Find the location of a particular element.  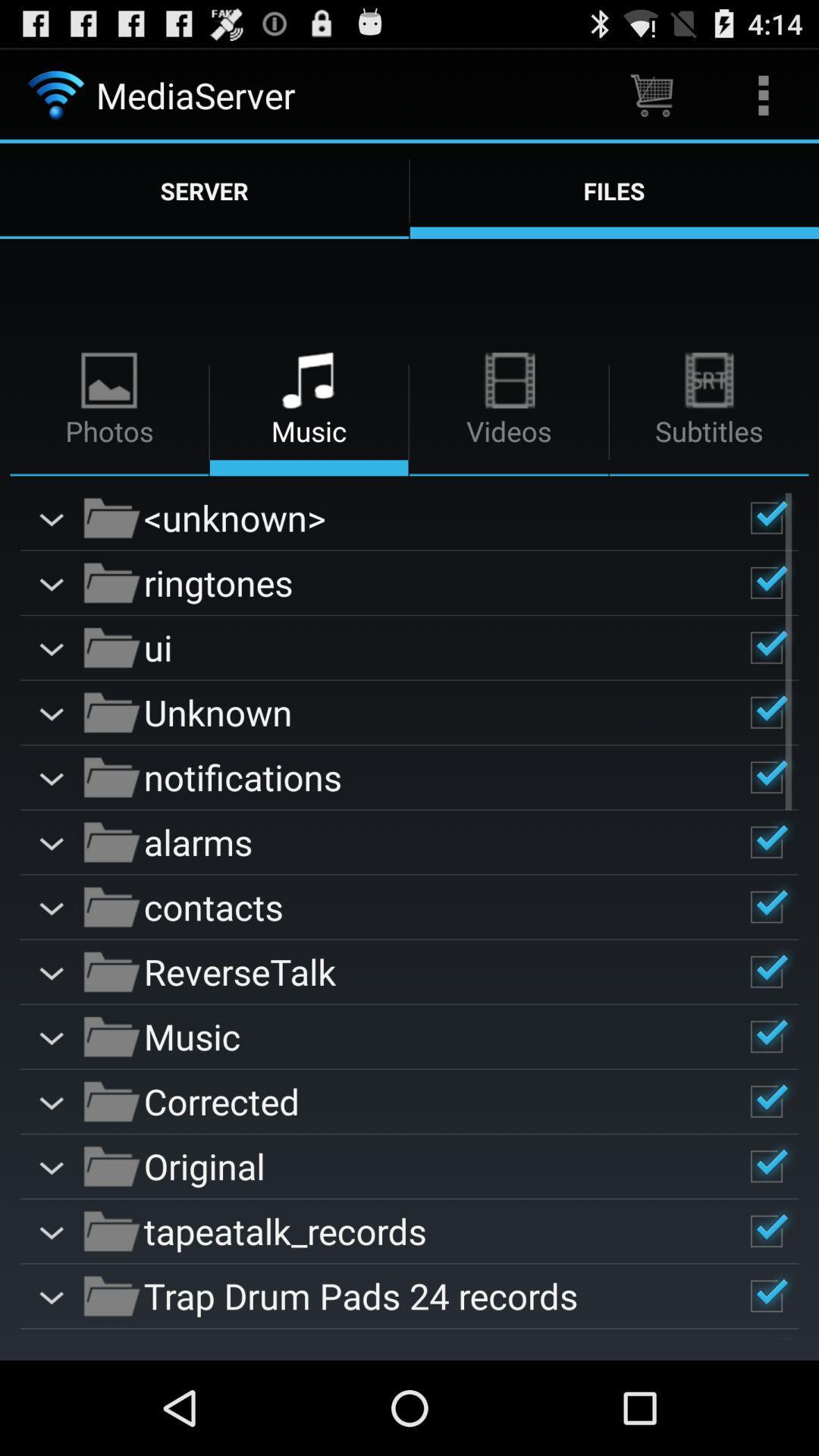

the icon beside contacts is located at coordinates (111, 906).